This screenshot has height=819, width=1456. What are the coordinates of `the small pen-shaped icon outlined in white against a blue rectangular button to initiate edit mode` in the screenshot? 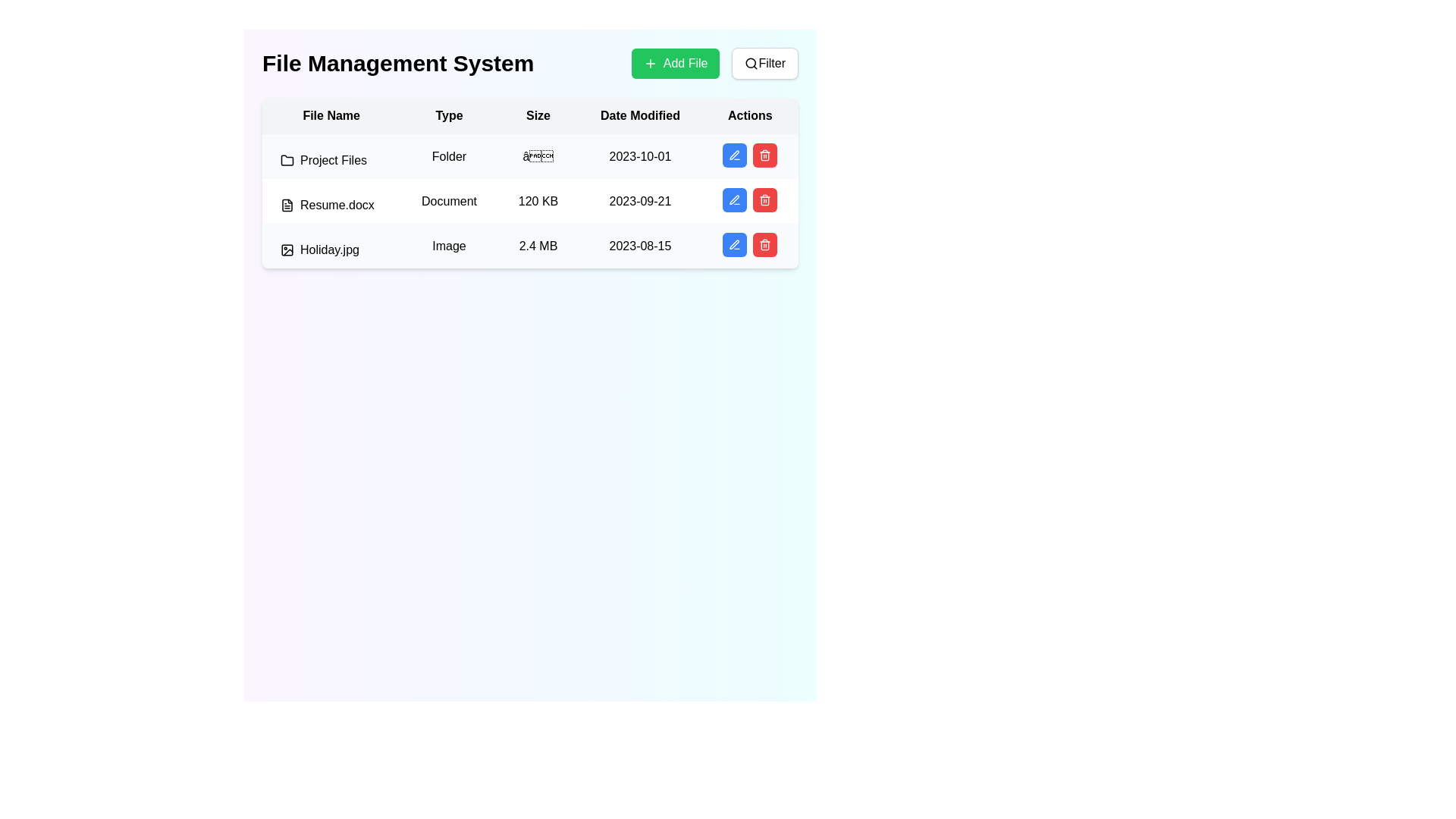 It's located at (735, 199).